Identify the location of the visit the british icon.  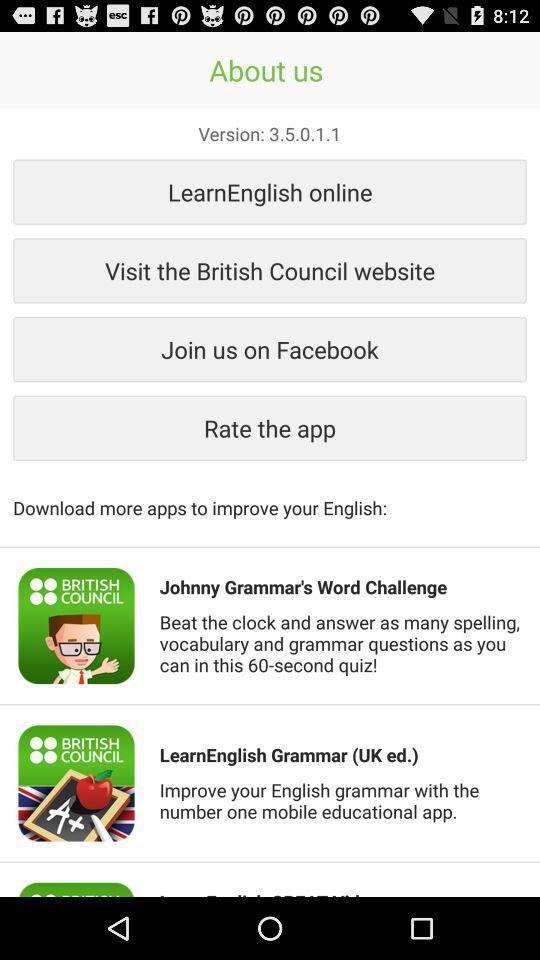
(270, 269).